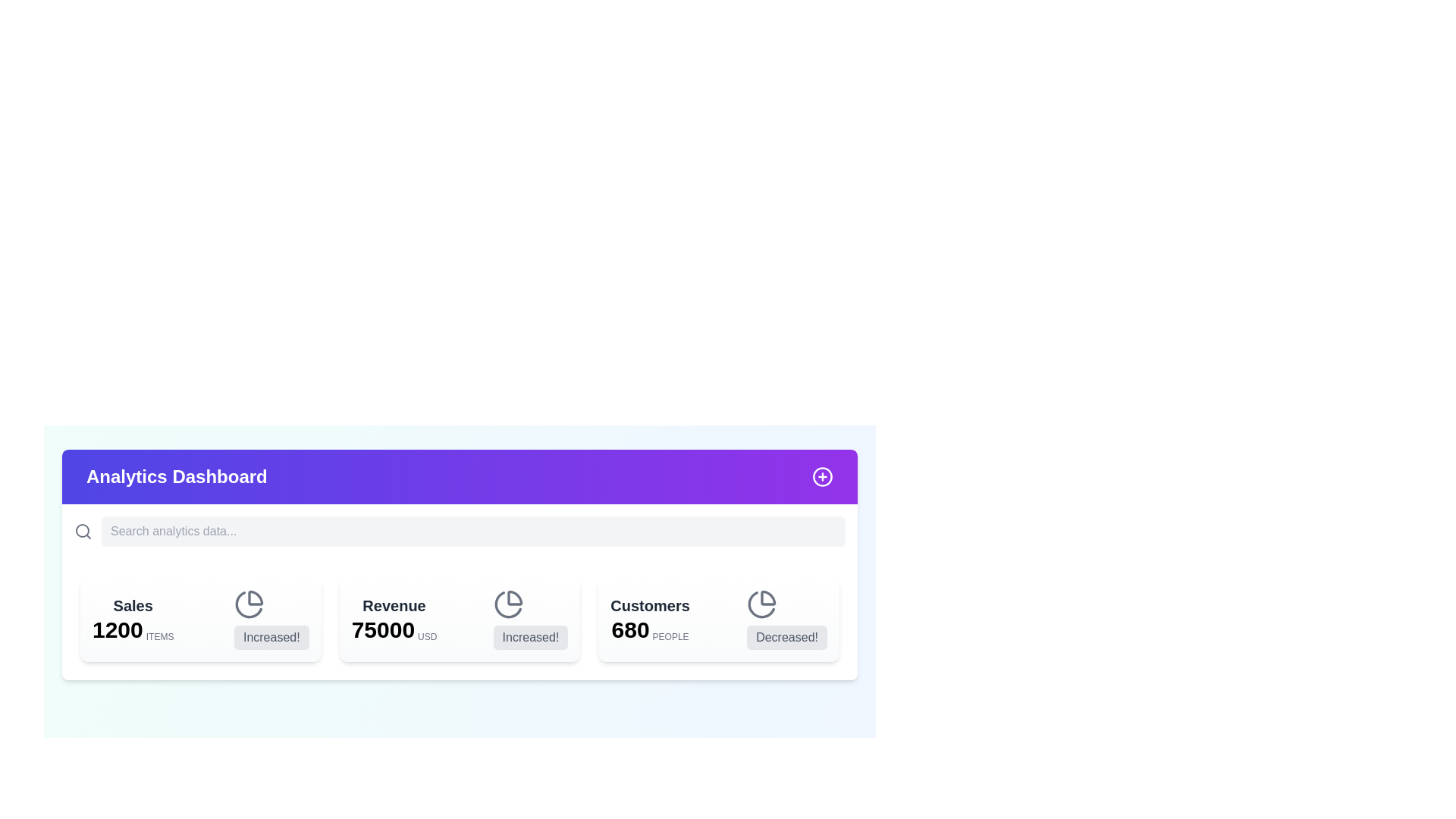 This screenshot has height=819, width=1456. Describe the element at coordinates (821, 475) in the screenshot. I see `the SVG Circle Graphic with a purple border and white center located in the top-right corner of the purple header section` at that location.